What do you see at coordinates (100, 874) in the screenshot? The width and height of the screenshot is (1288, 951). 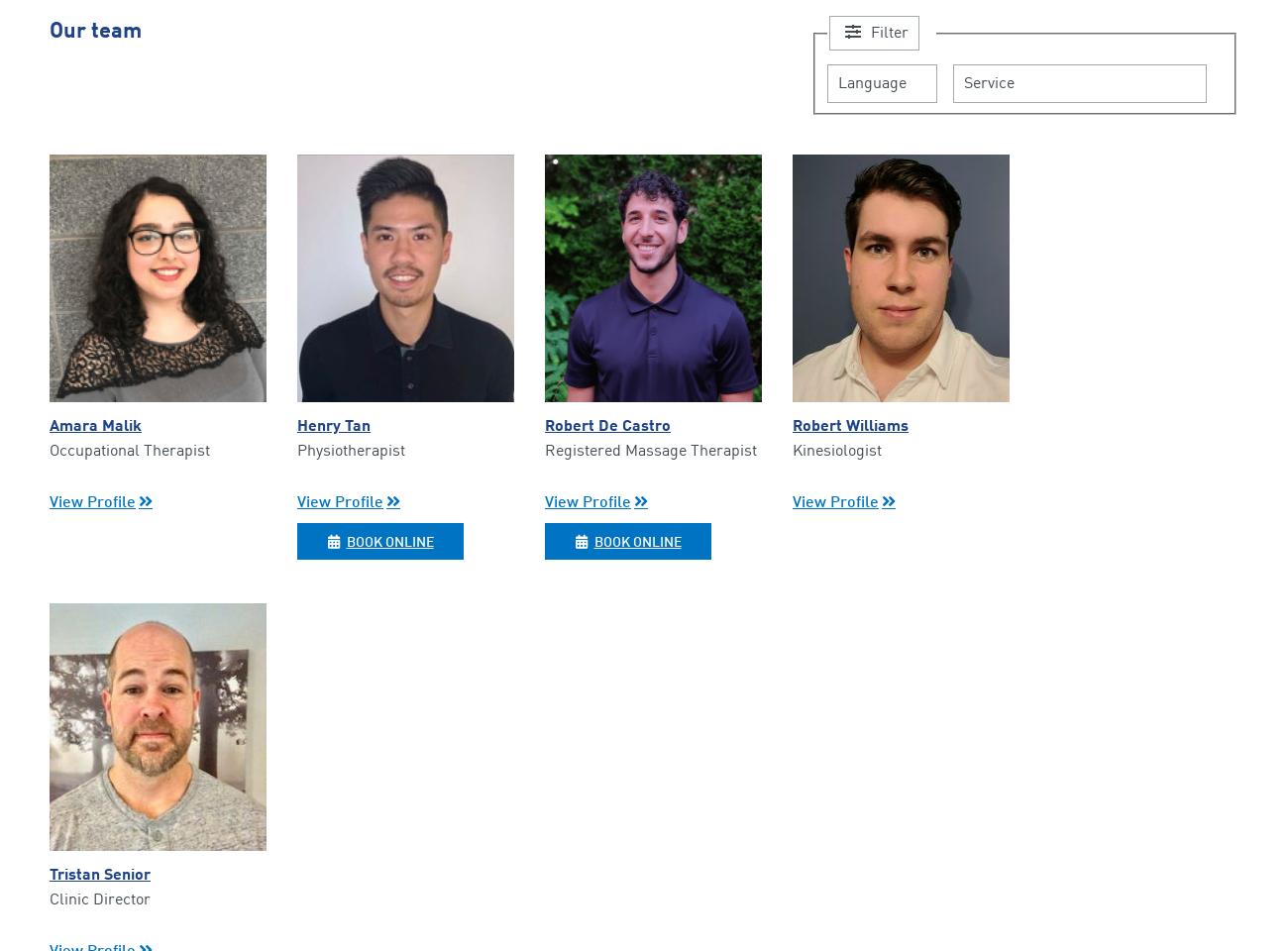 I see `'Tristan Senior'` at bounding box center [100, 874].